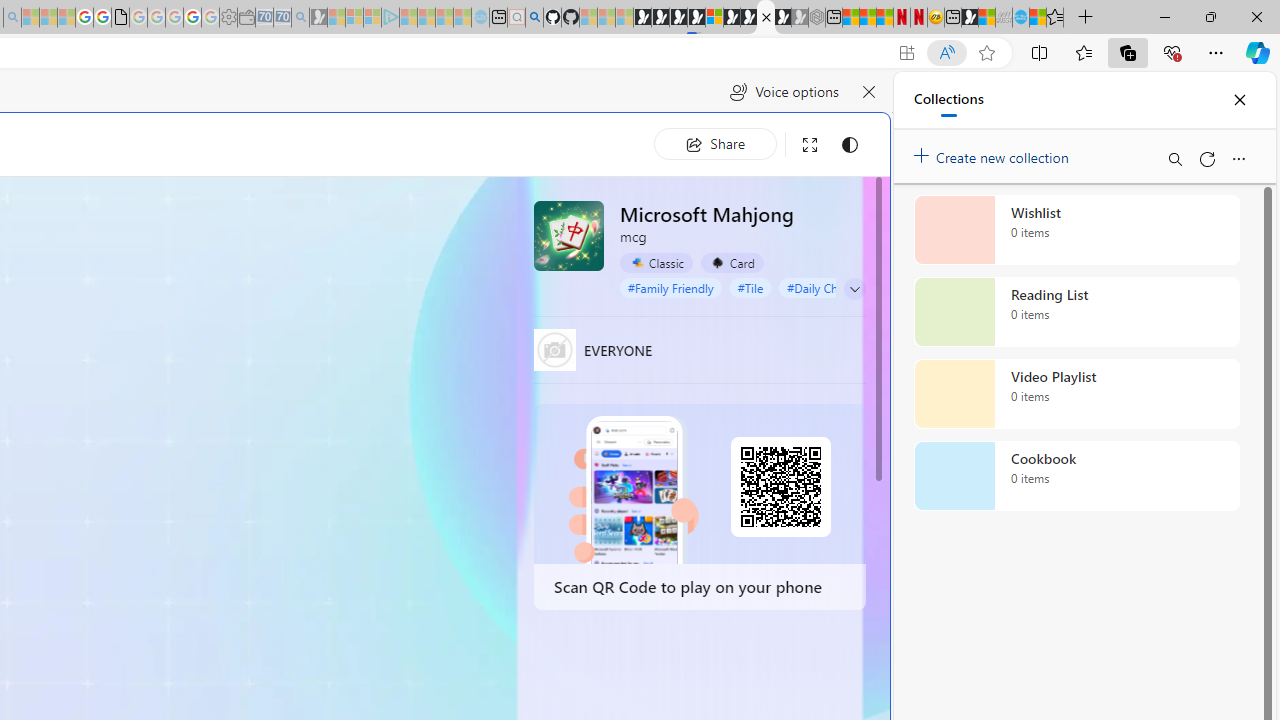 This screenshot has width=1280, height=720. Describe the element at coordinates (783, 92) in the screenshot. I see `'Voice options'` at that location.